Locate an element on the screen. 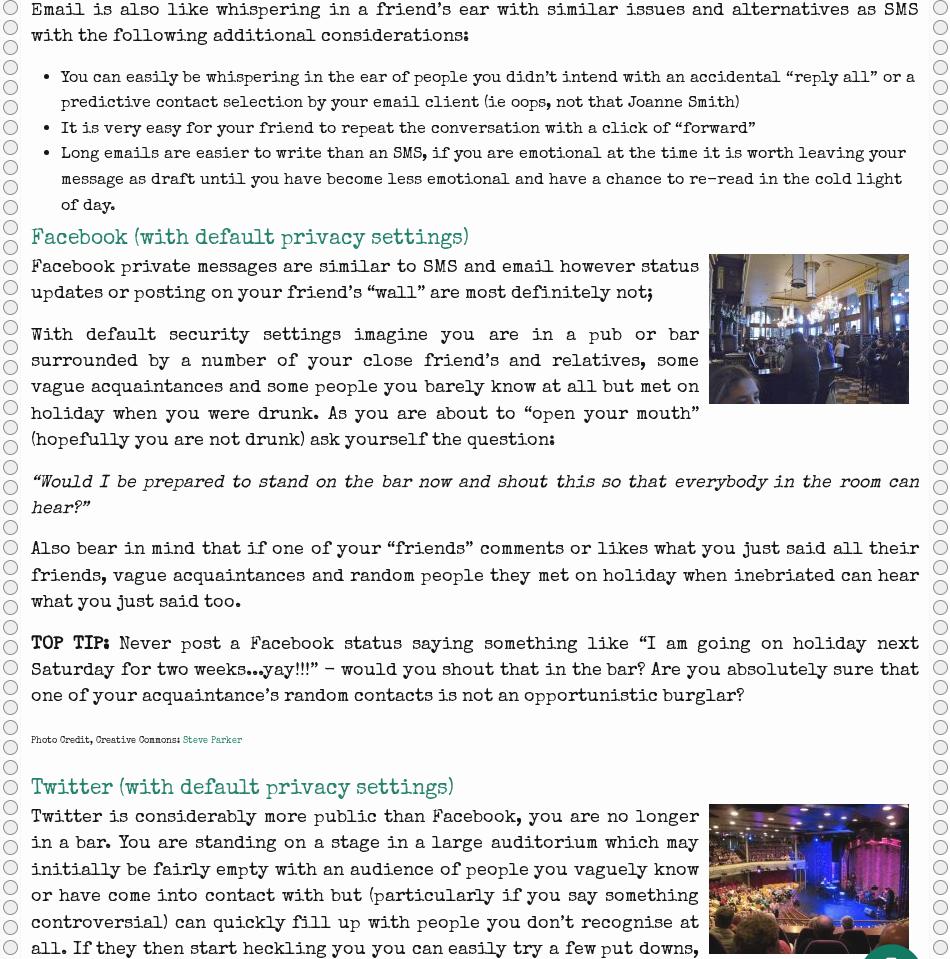 This screenshot has width=950, height=959. 'Also bear in mind that if one of your “friends” comments or likes what you just said all their friends, vague acquaintances and random people they met on holiday when inebriated can hear what you just said too.' is located at coordinates (30, 574).